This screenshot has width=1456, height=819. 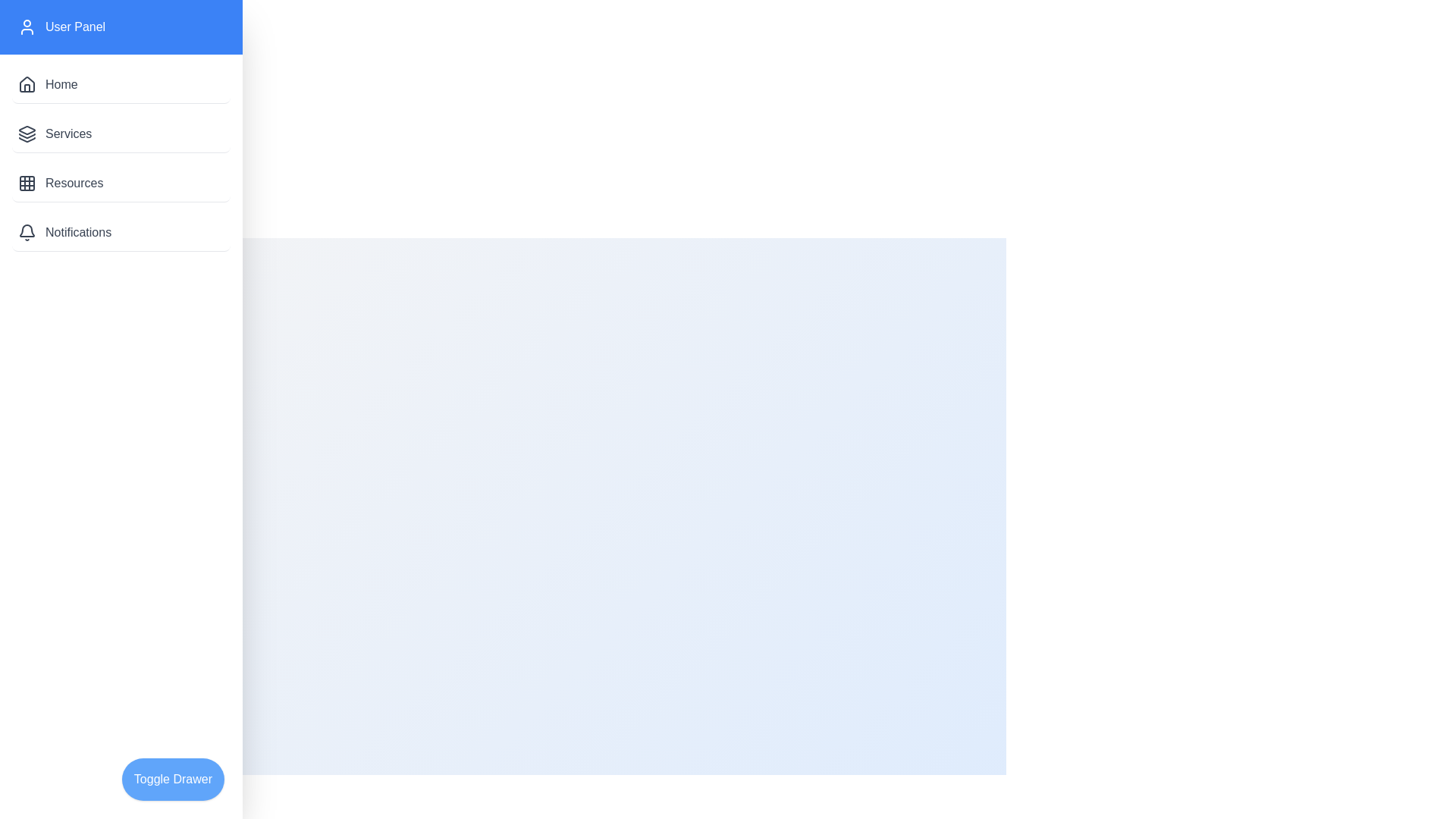 I want to click on the menu item Resources in the drawer, so click(x=120, y=183).